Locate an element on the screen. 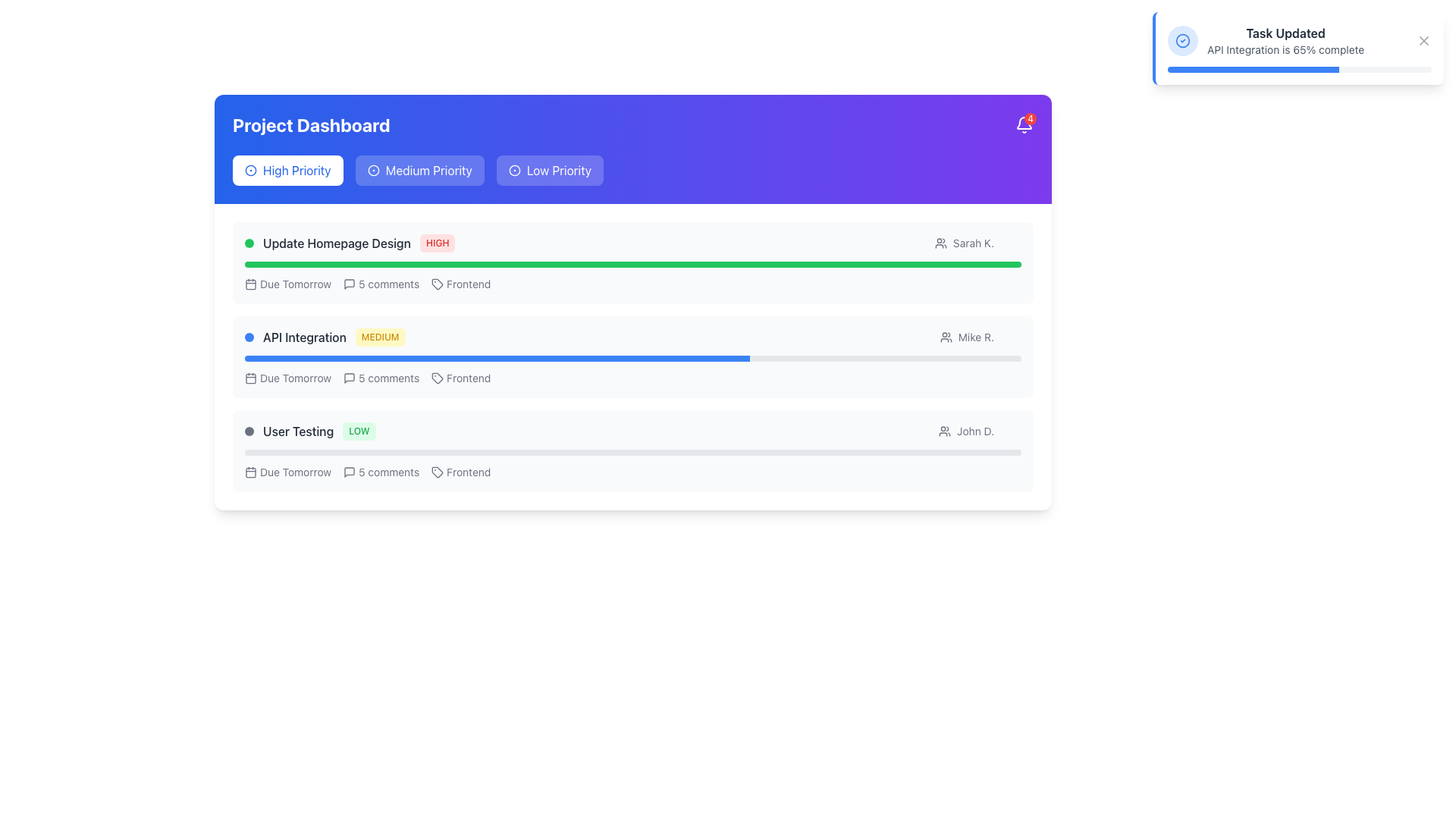 This screenshot has width=1456, height=819. the small tag icon with rounded corners located next to the 'Frontend' text in the 'Update Homepage Design' task row is located at coordinates (437, 284).